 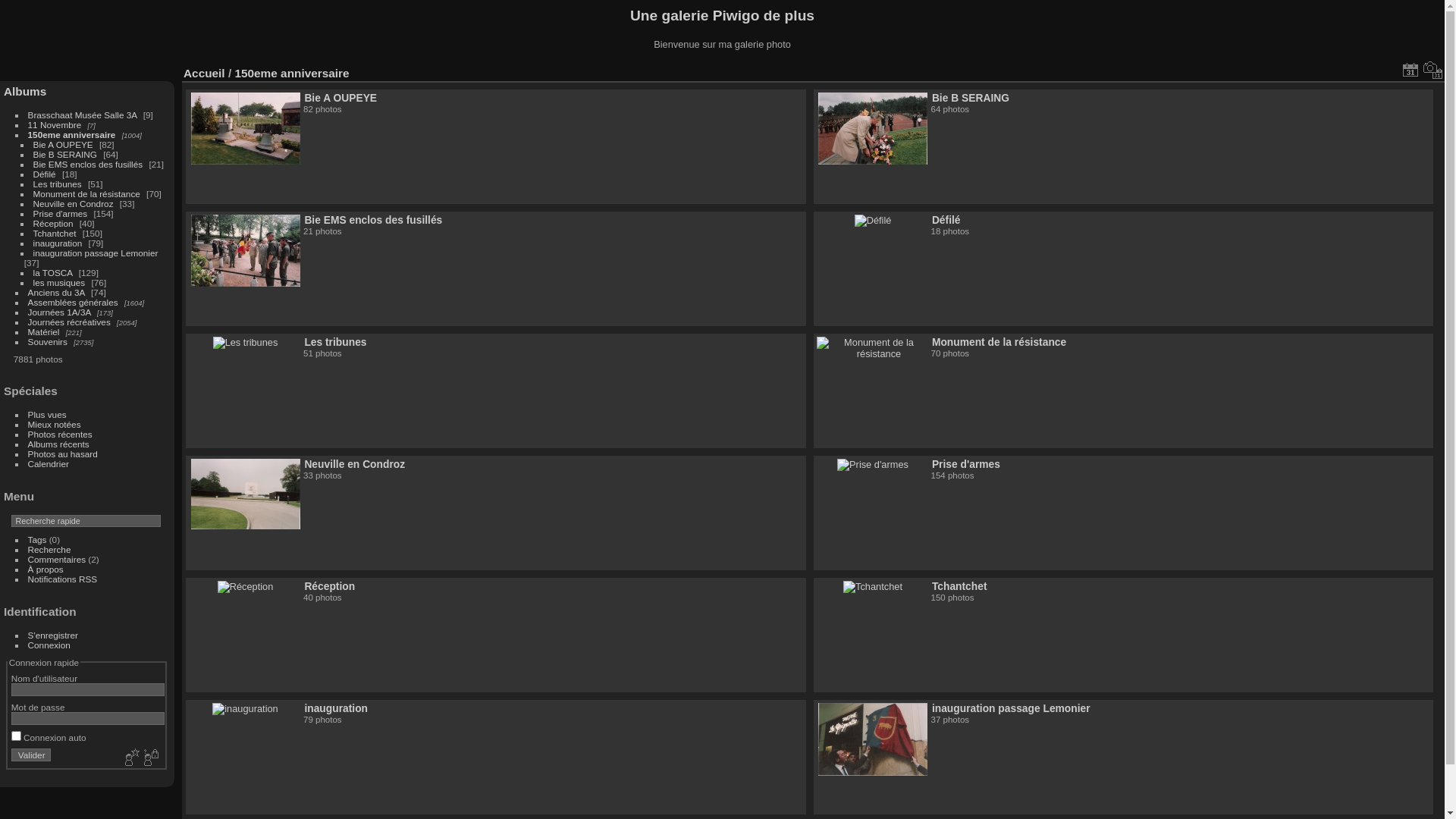 What do you see at coordinates (28, 579) in the screenshot?
I see `'Notifications RSS'` at bounding box center [28, 579].